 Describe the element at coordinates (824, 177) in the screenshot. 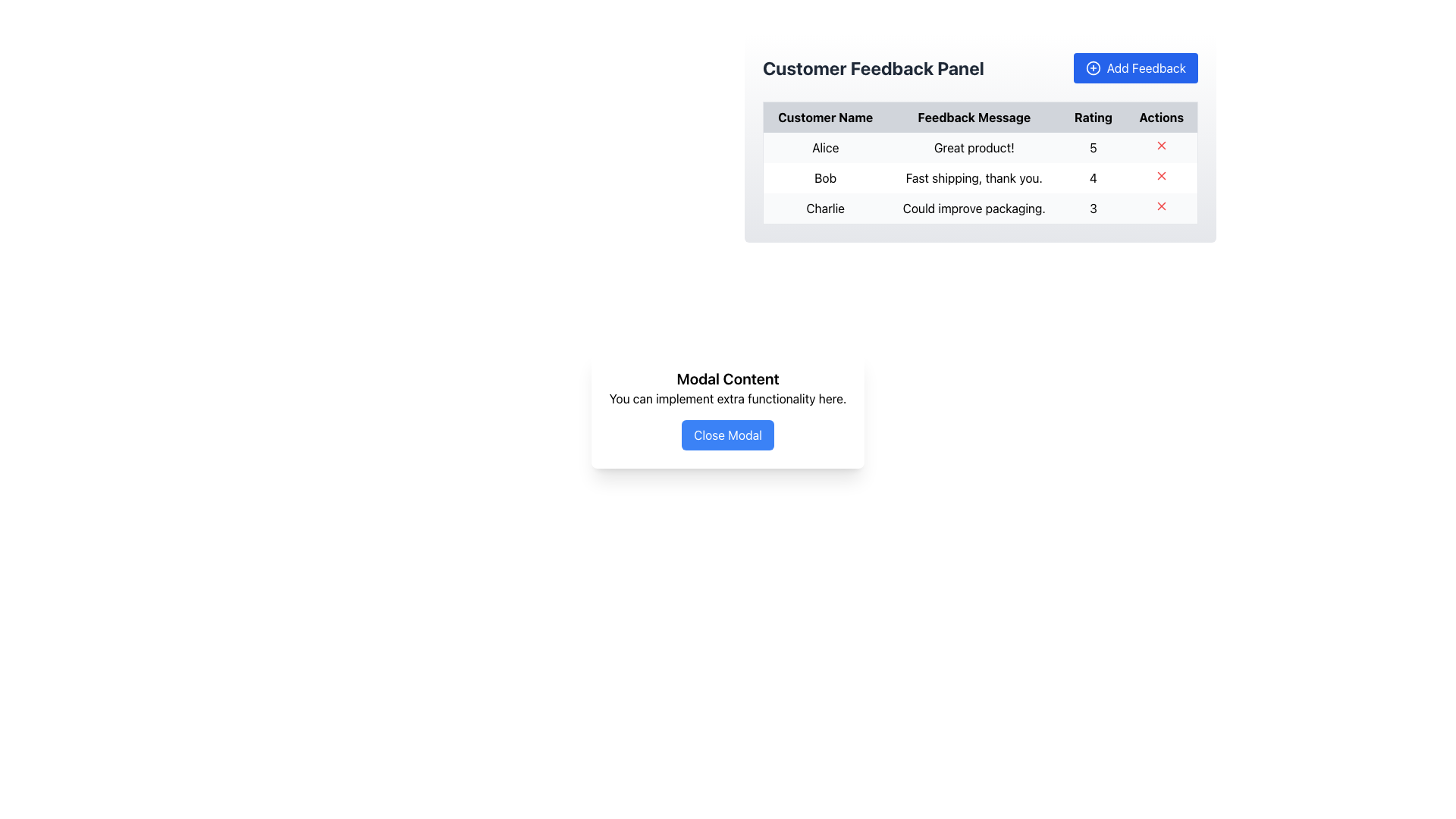

I see `the table cell displaying the name 'Bob' in the second row of the 'Customer Feedback Panel' under the 'Customer Name' column` at that location.